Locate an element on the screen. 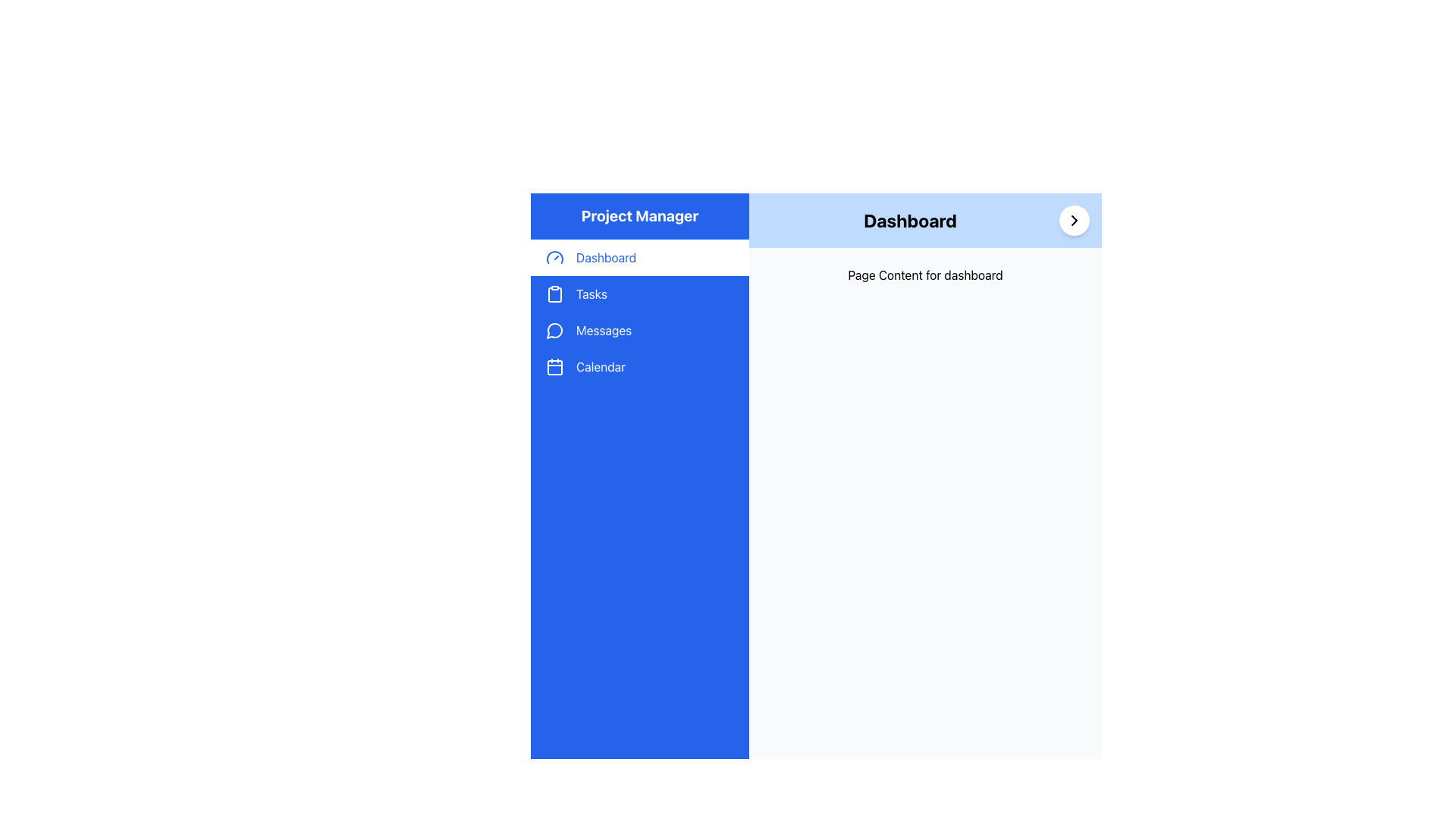 The height and width of the screenshot is (819, 1456). the Text Label that serves as the title or heading for the Dashboard page, located in the center of a light blue area at the top of the main content section is located at coordinates (910, 220).